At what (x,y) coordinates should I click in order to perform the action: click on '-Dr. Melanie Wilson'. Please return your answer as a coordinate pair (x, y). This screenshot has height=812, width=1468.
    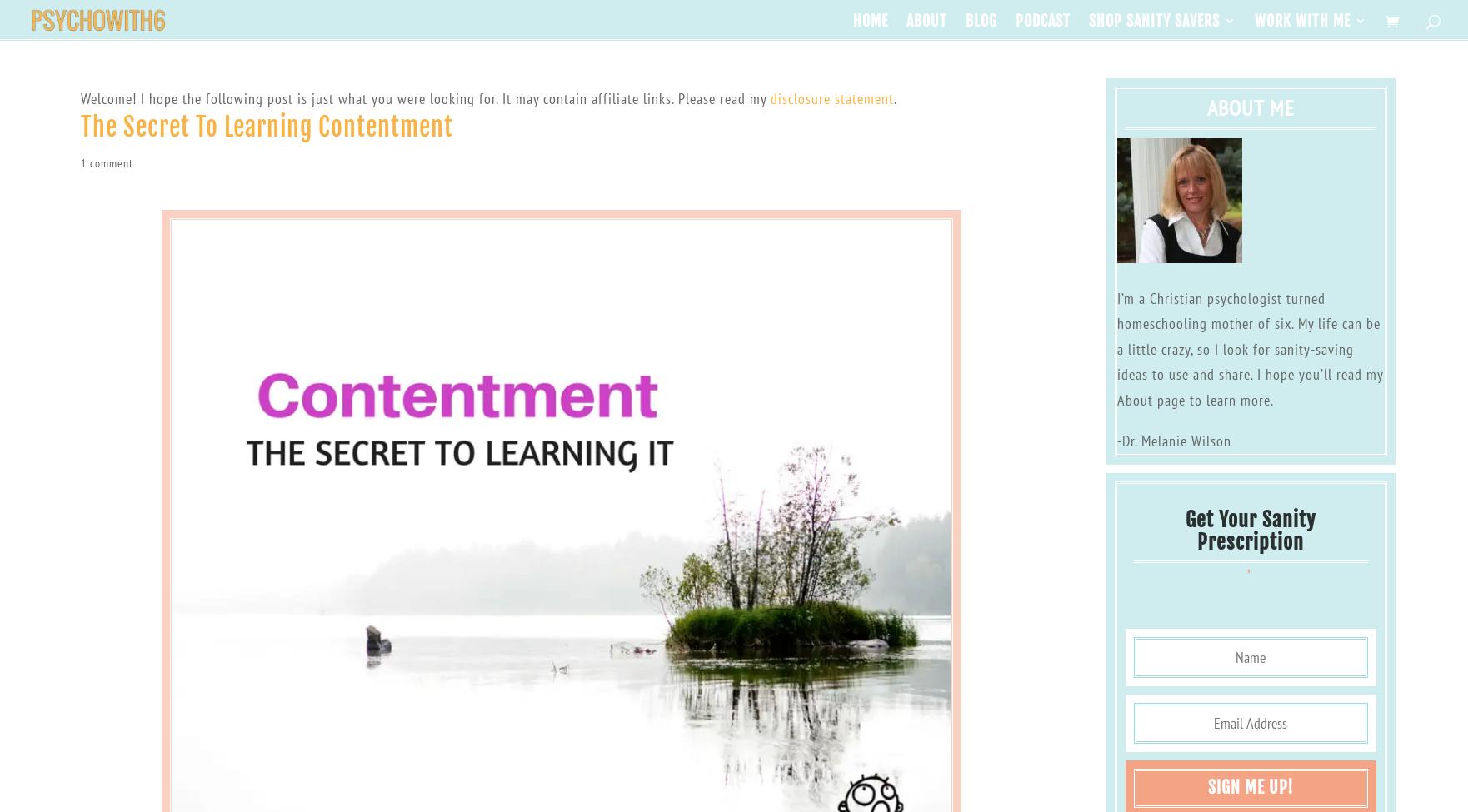
    Looking at the image, I should click on (1116, 439).